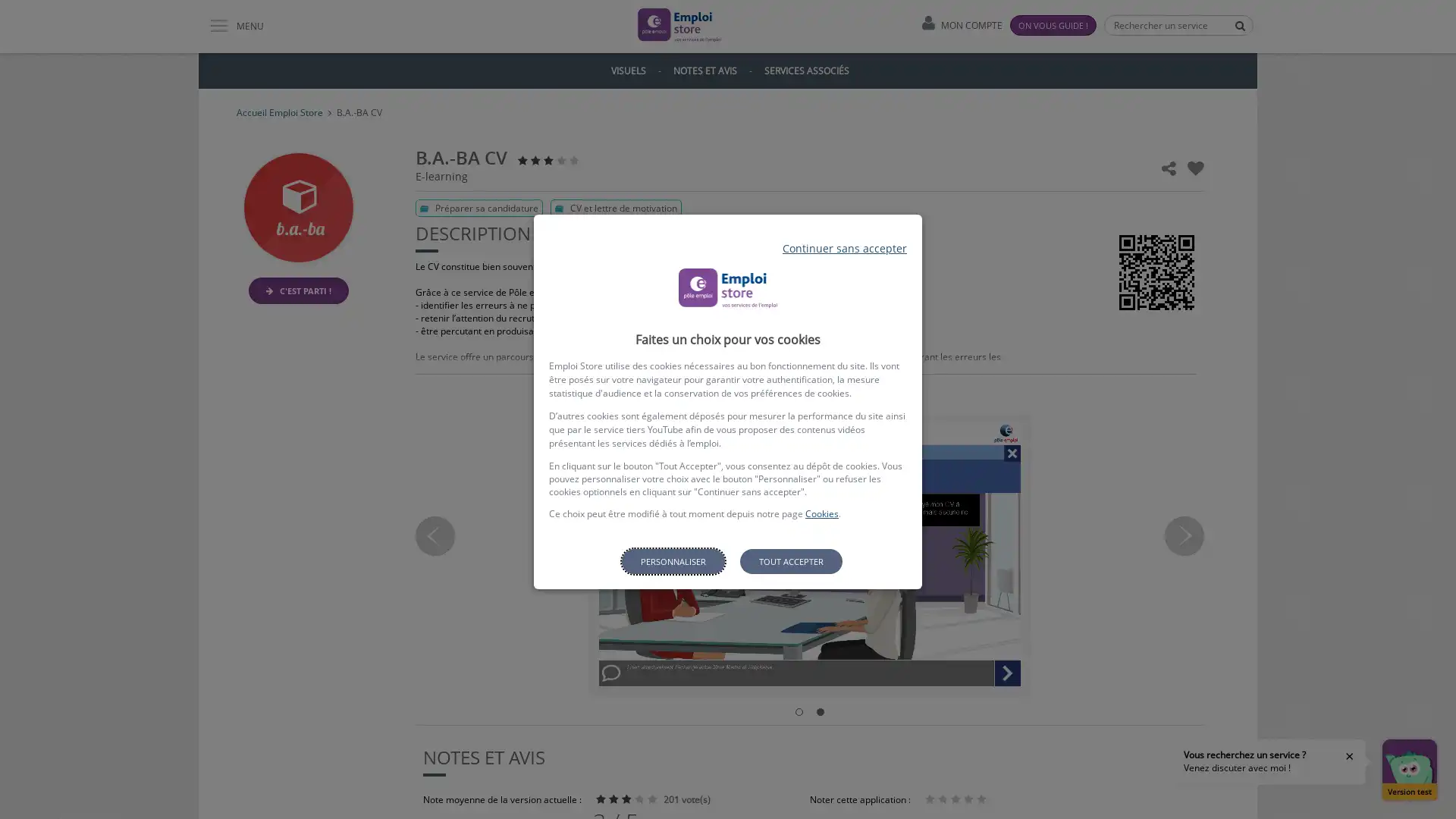 Image resolution: width=1456 pixels, height=819 pixels. What do you see at coordinates (672, 561) in the screenshot?
I see `Personnaliser les parametres de confidentialite` at bounding box center [672, 561].